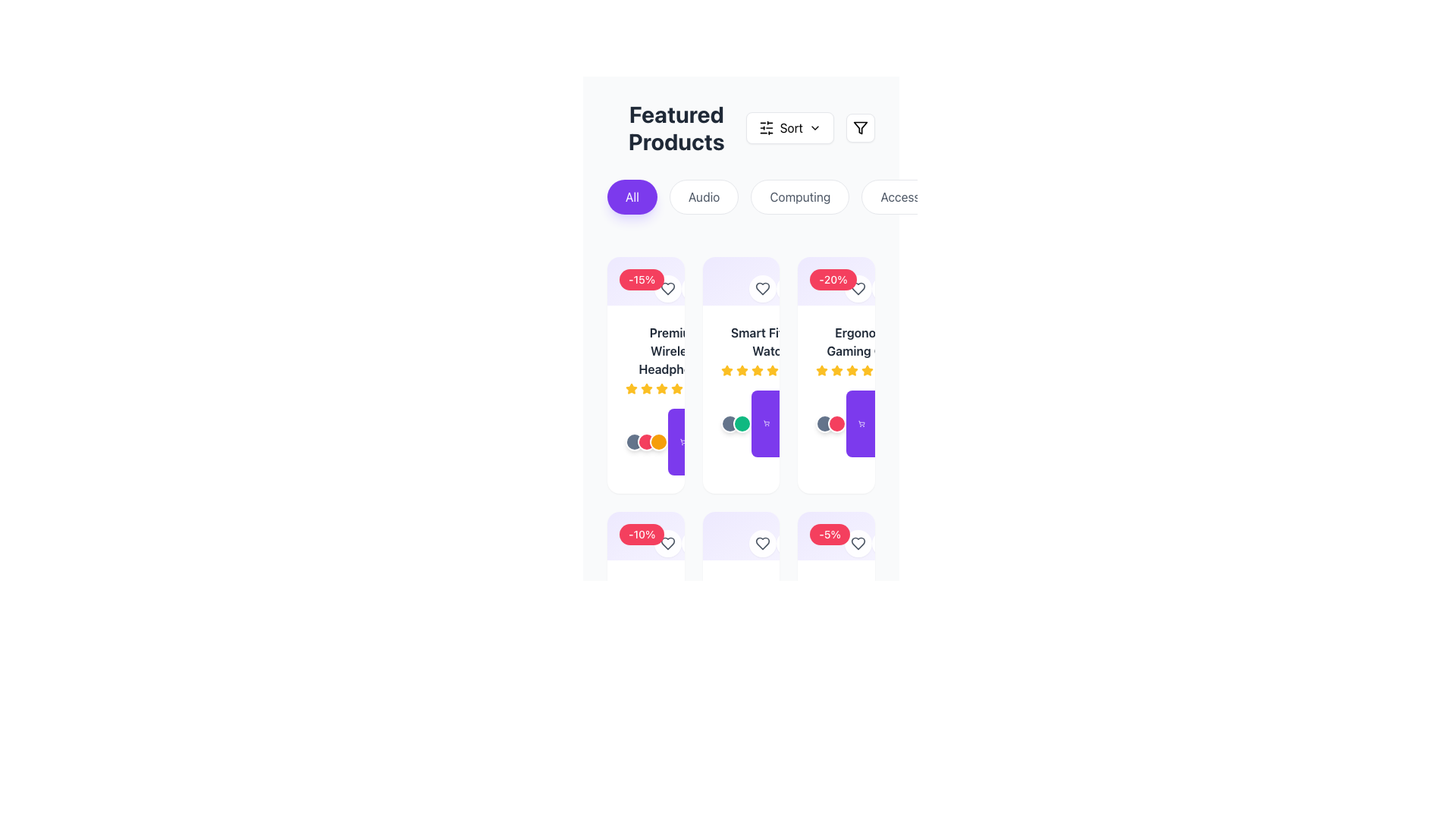 This screenshot has height=819, width=1456. I want to click on the heart icon button located in the top-right corner of the product card in the third column of the product grid, so click(667, 543).